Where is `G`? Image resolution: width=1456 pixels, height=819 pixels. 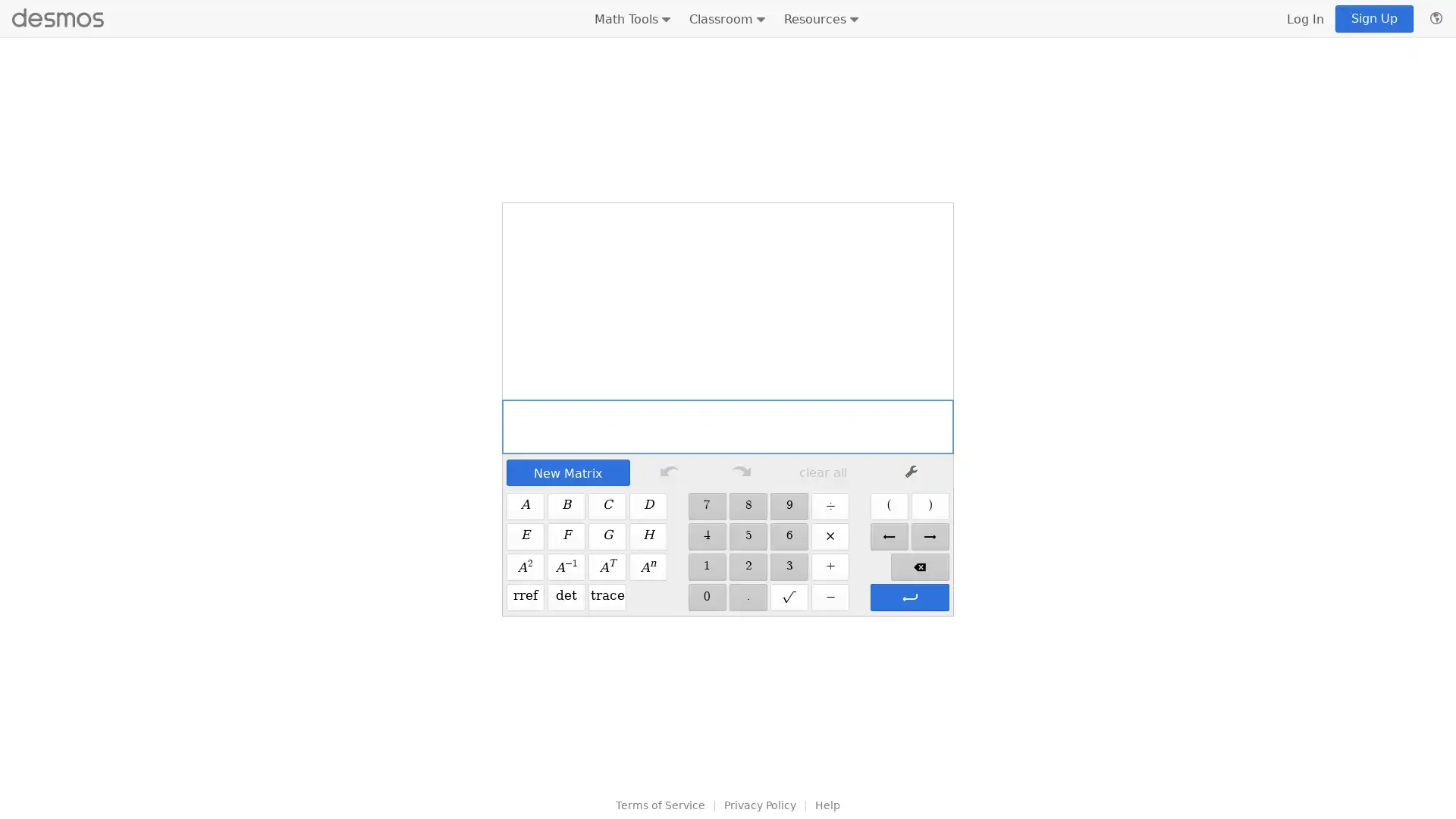 G is located at coordinates (607, 536).